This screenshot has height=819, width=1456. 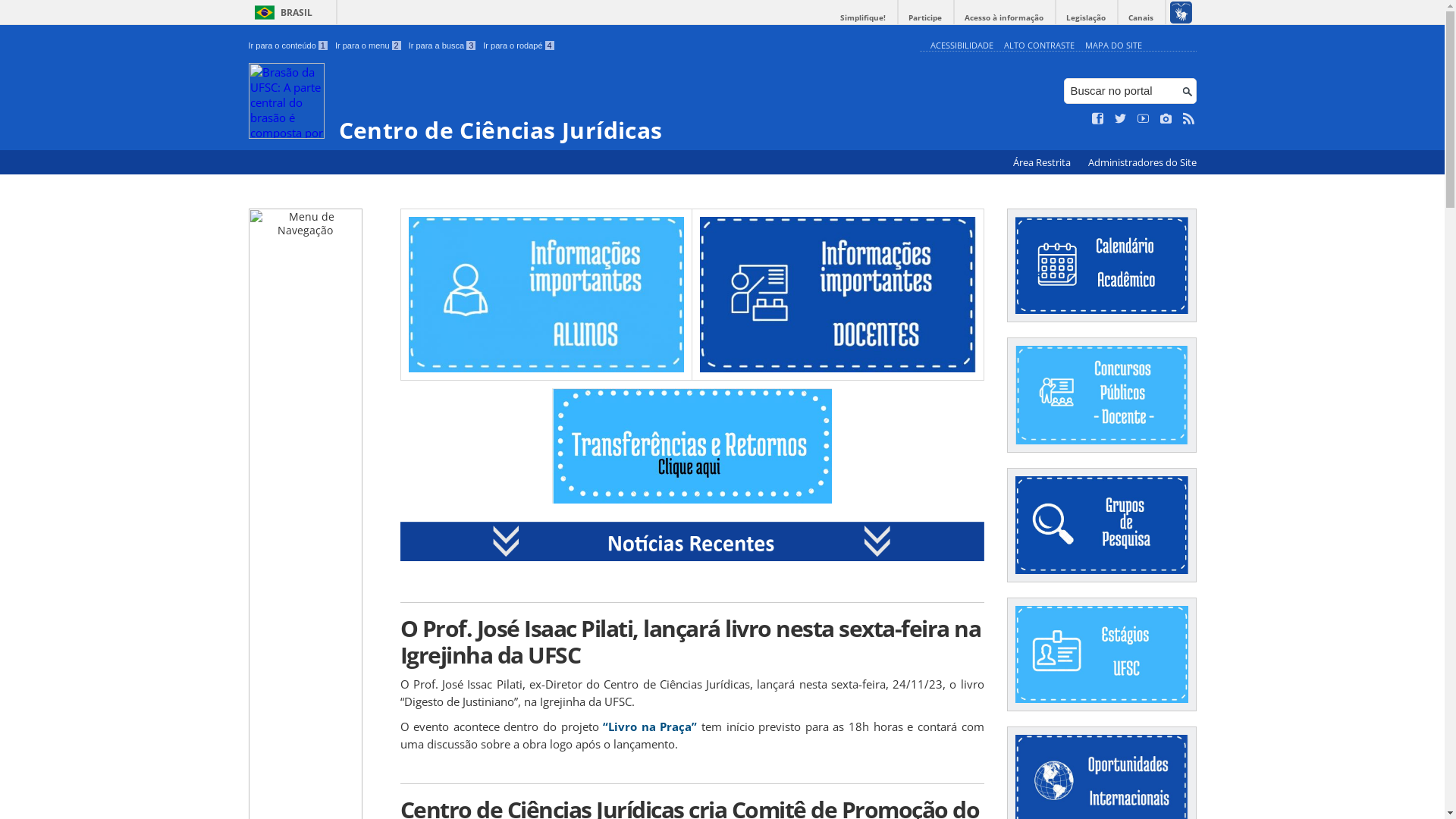 I want to click on 'Veja no Instagram', so click(x=1165, y=118).